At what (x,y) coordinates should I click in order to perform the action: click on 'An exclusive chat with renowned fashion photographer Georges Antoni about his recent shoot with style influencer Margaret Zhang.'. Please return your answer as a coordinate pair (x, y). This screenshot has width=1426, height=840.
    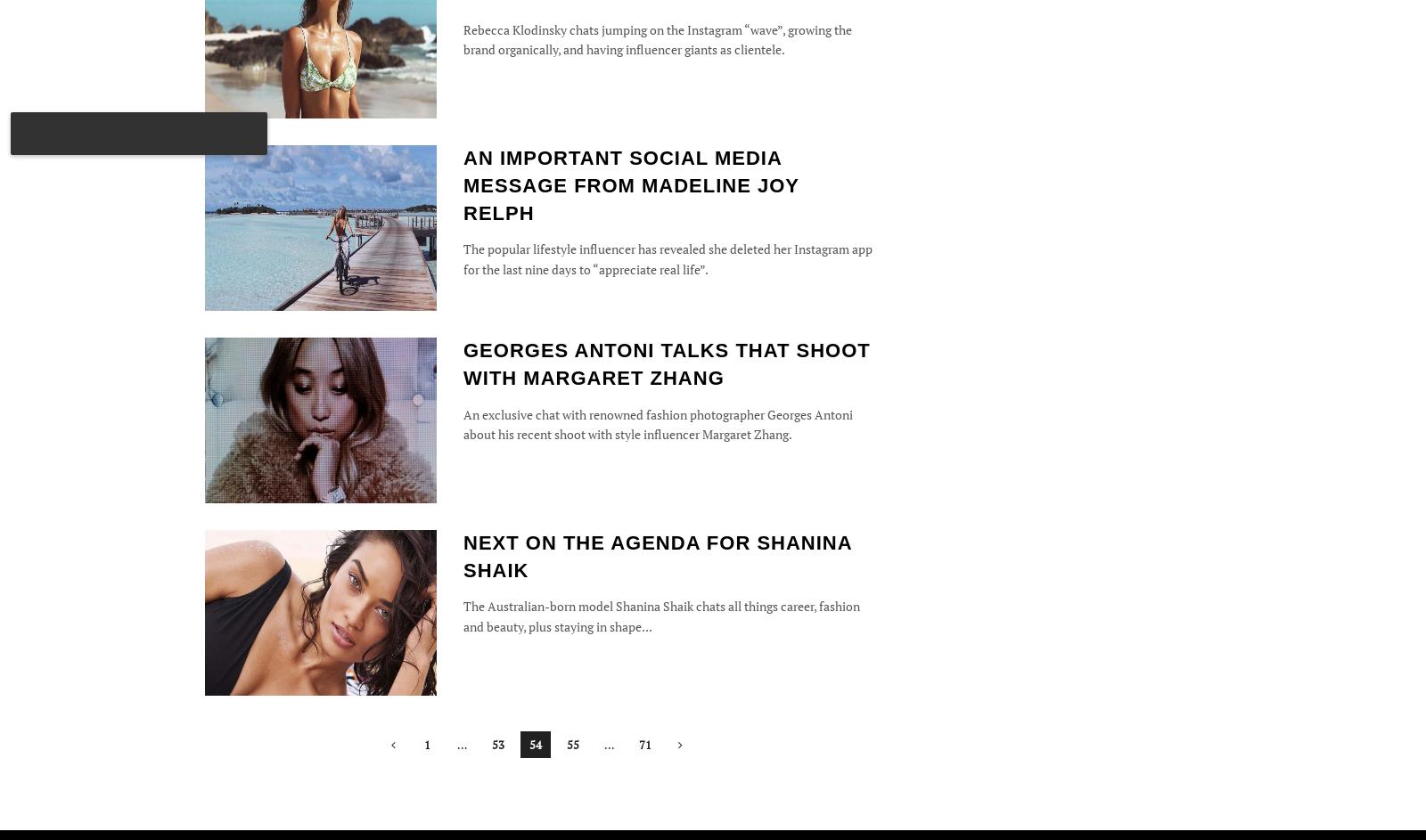
    Looking at the image, I should click on (658, 422).